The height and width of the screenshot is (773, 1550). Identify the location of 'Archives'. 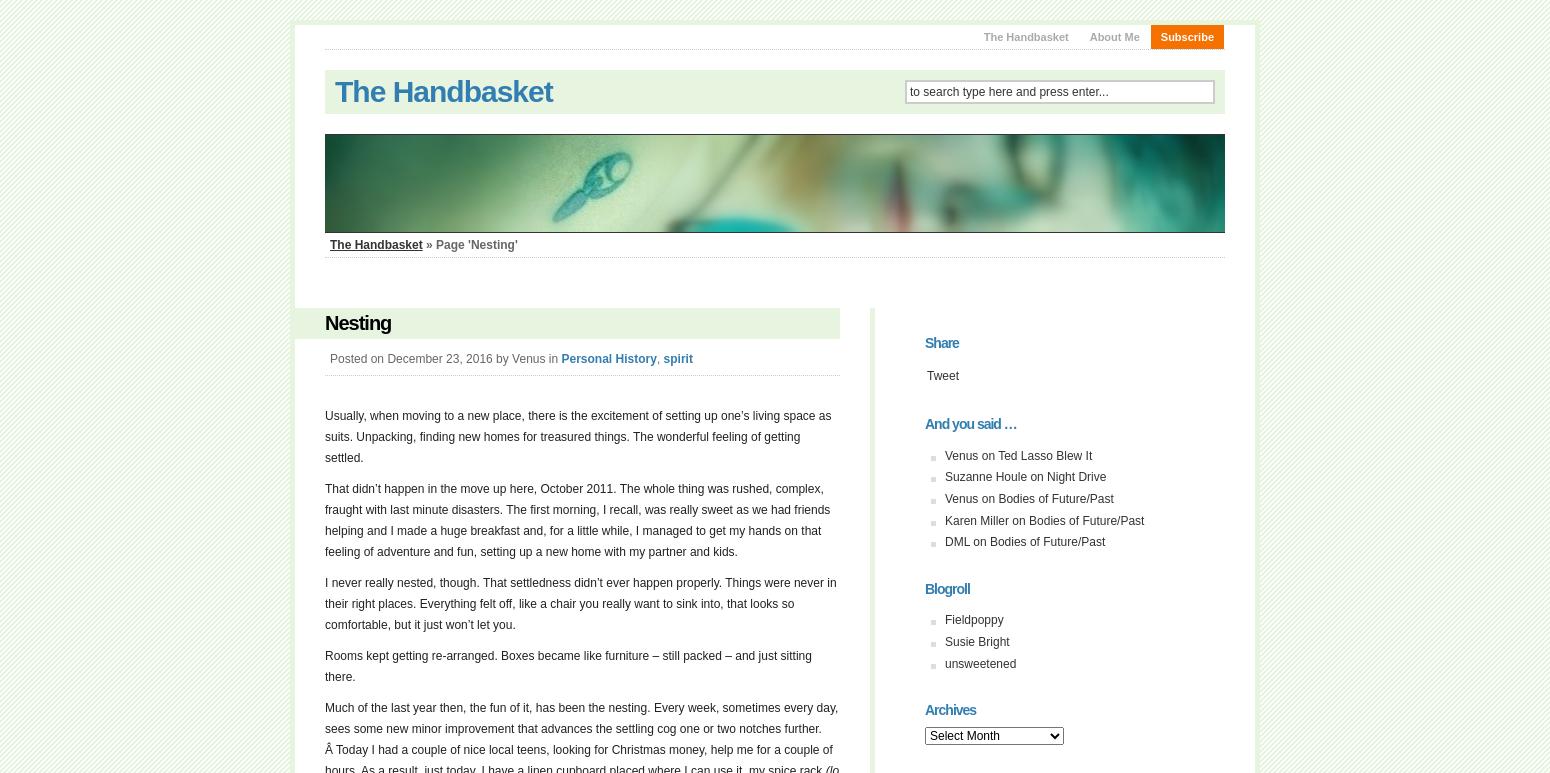
(949, 710).